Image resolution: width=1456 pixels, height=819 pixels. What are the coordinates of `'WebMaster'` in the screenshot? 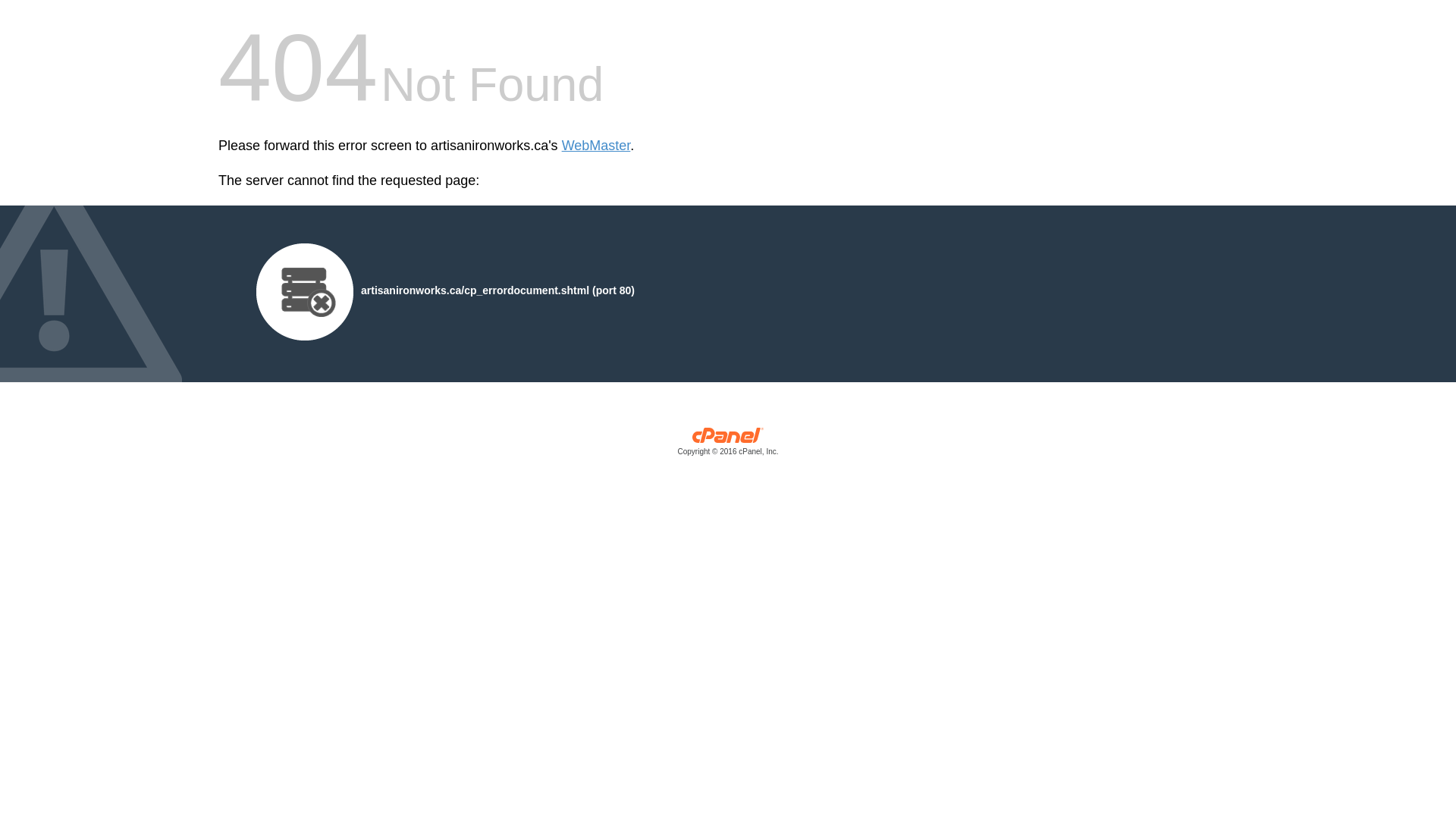 It's located at (595, 146).